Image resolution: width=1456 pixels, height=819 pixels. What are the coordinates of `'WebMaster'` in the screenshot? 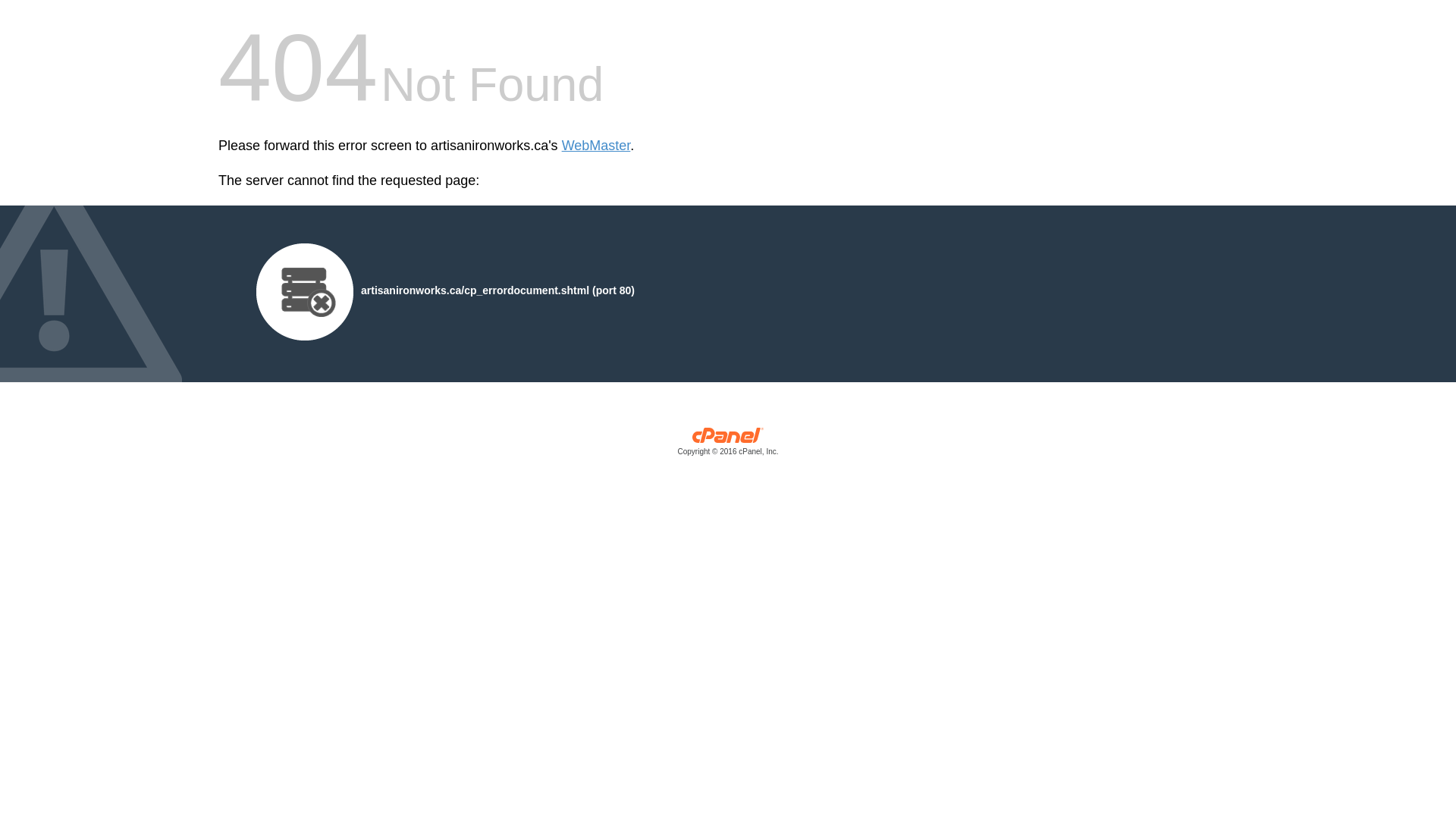 It's located at (595, 146).